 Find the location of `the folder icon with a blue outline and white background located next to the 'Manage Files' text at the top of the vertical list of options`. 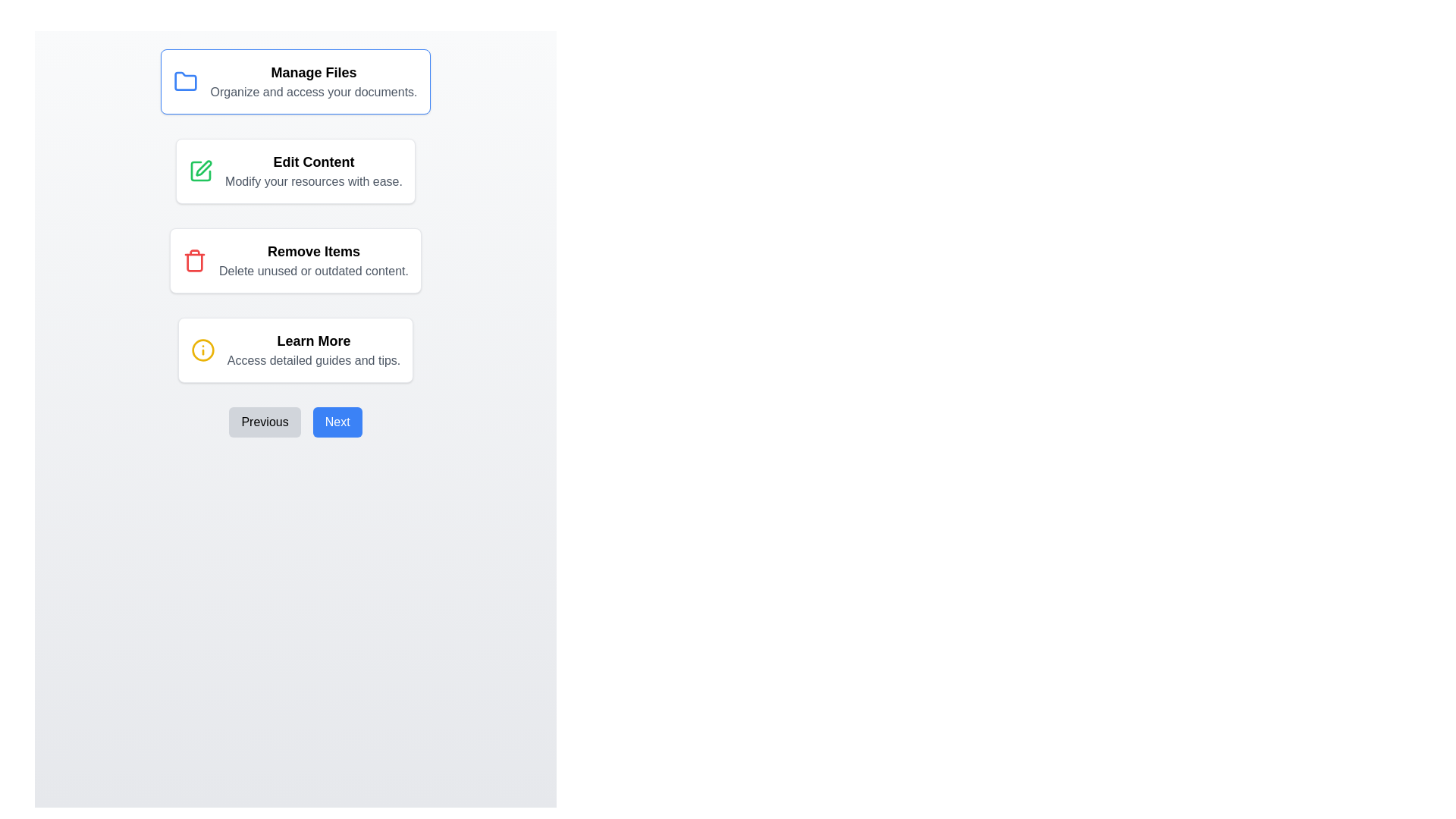

the folder icon with a blue outline and white background located next to the 'Manage Files' text at the top of the vertical list of options is located at coordinates (185, 81).